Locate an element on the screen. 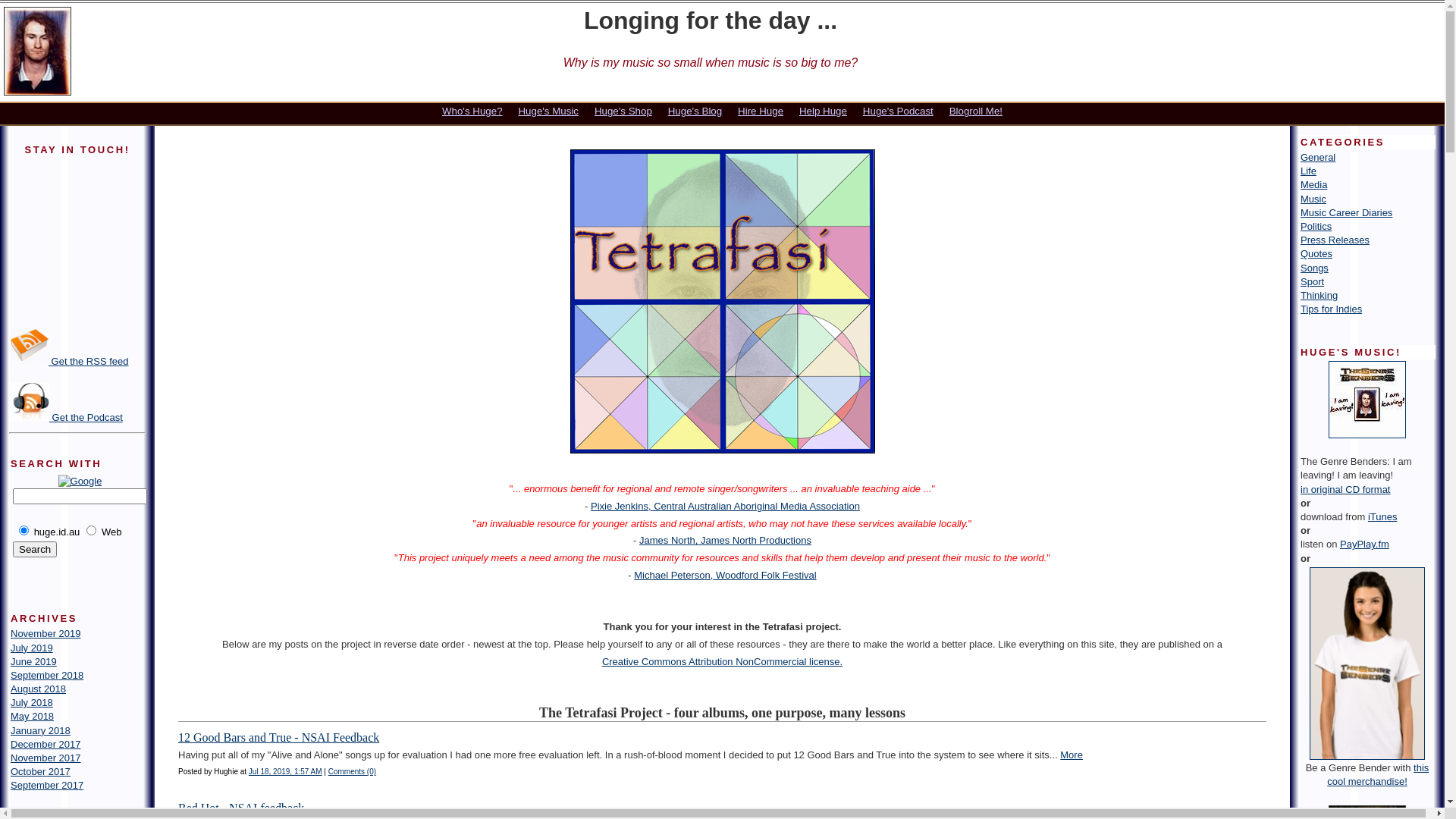 Image resolution: width=1456 pixels, height=819 pixels. 'Tips for Indies' is located at coordinates (1330, 308).